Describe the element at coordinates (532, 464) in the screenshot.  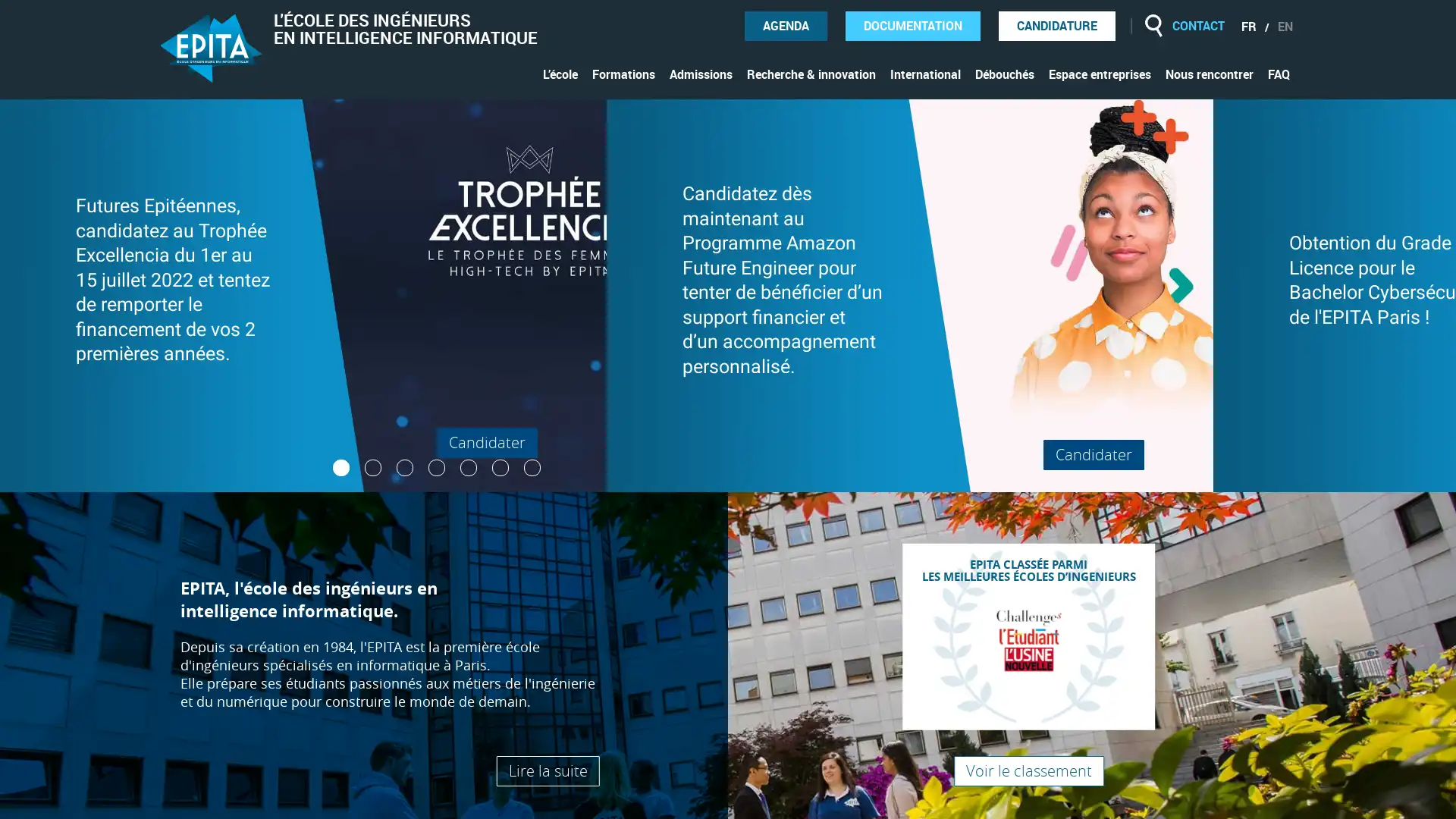
I see `7` at that location.